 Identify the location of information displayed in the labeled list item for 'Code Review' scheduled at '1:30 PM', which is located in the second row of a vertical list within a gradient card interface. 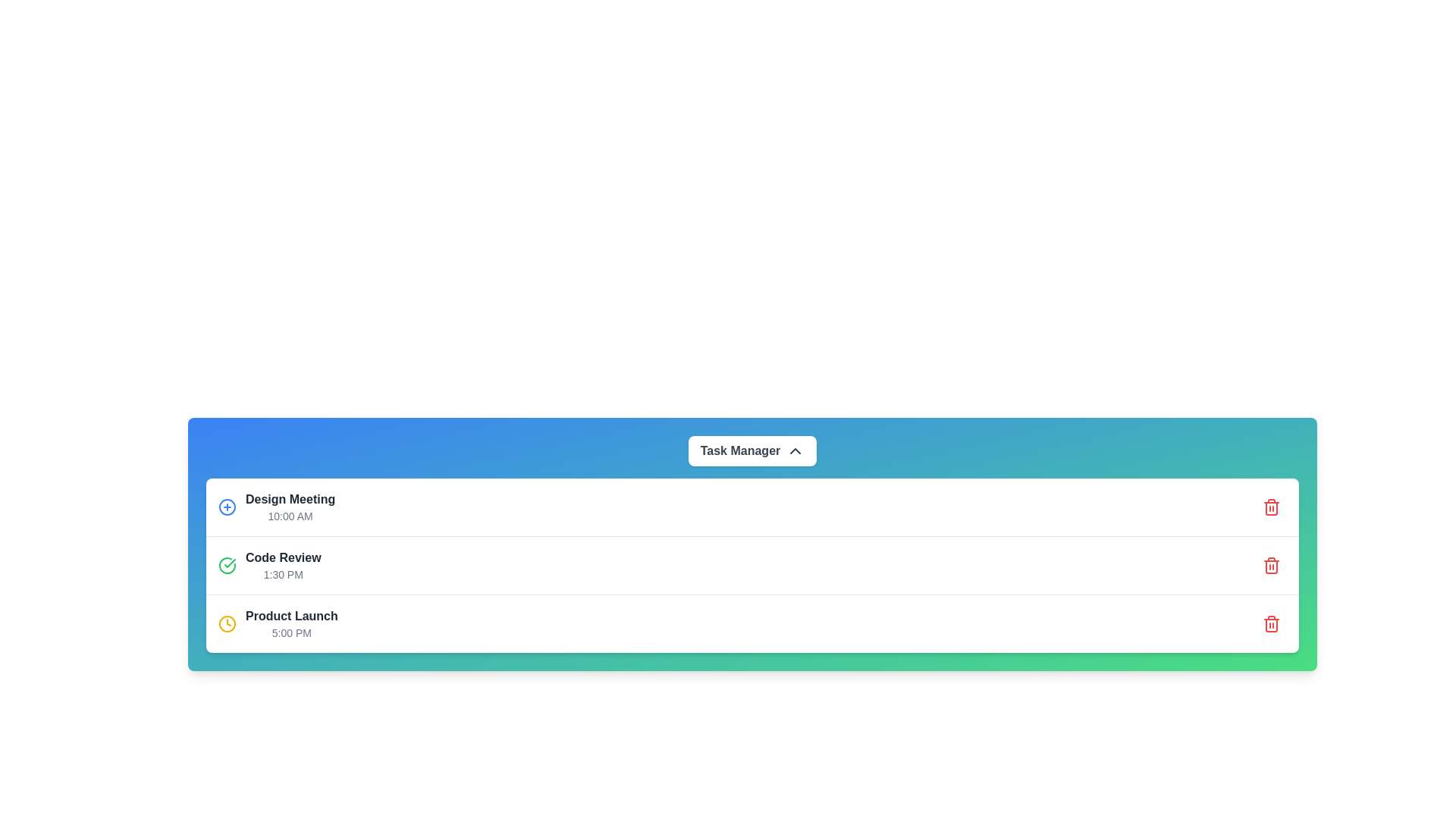
(269, 565).